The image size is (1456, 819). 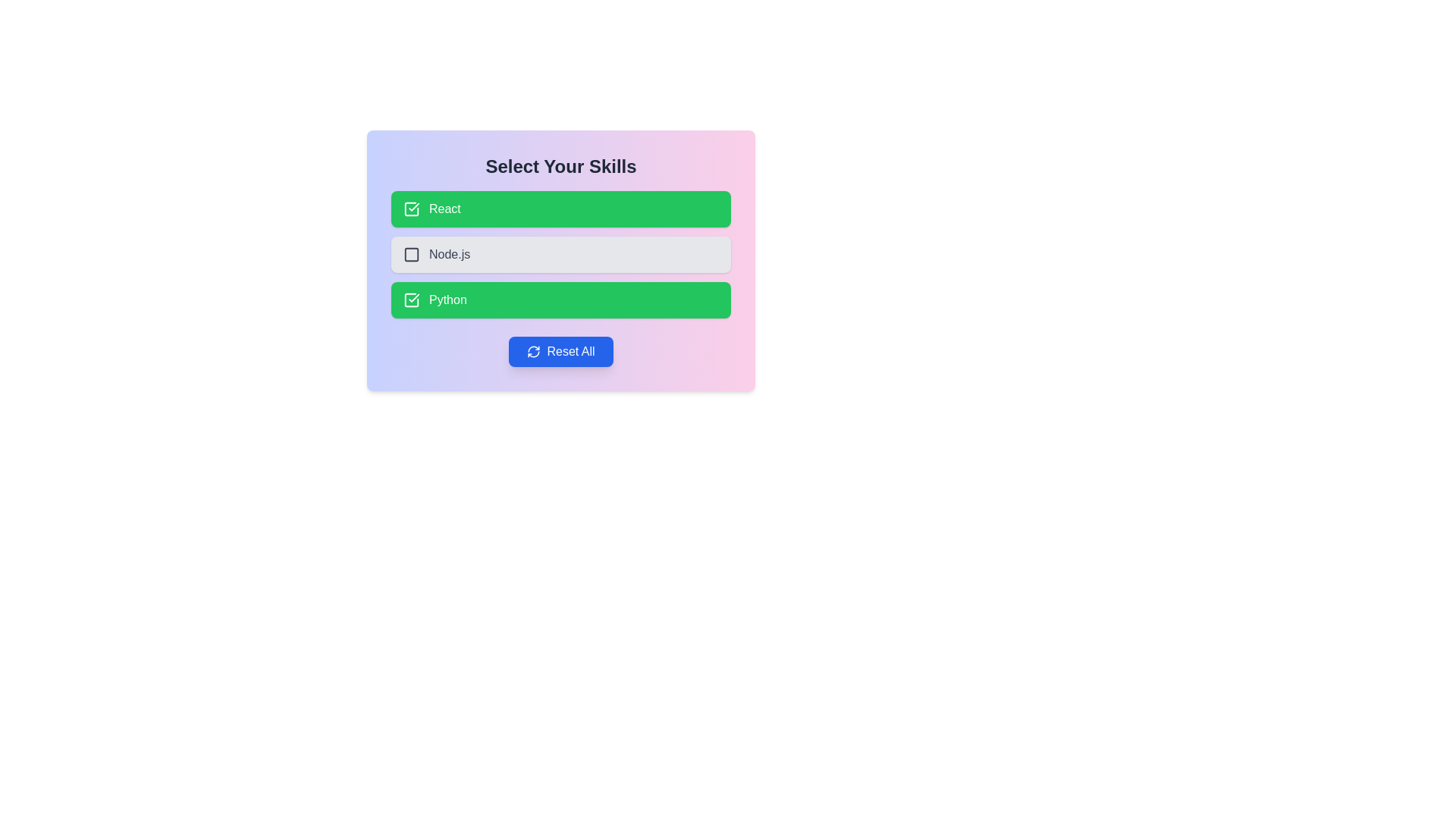 What do you see at coordinates (560, 351) in the screenshot?
I see `the 'Reset All' button to reset all selections` at bounding box center [560, 351].